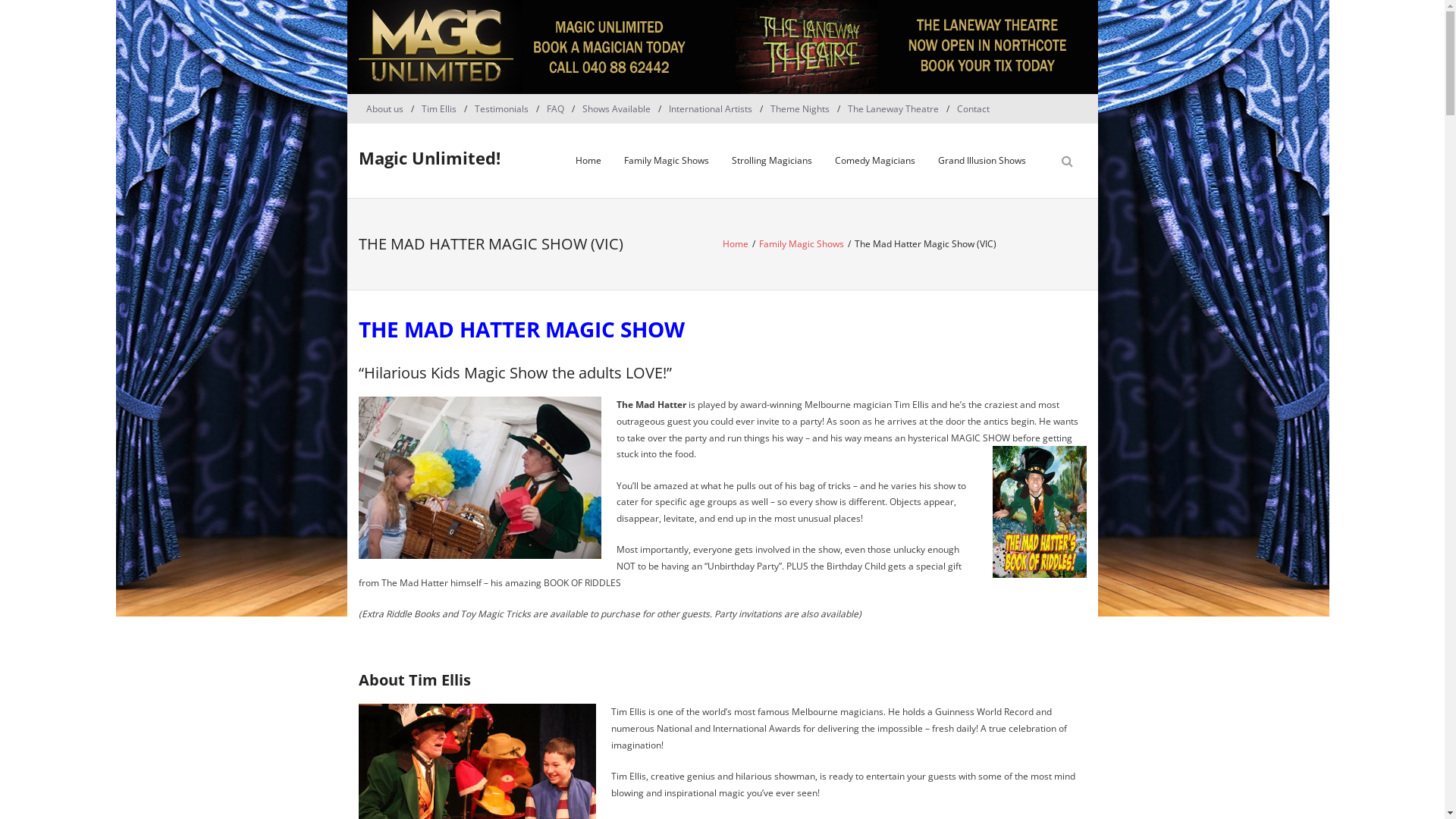 This screenshot has height=819, width=1456. Describe the element at coordinates (438, 108) in the screenshot. I see `'Tim Ellis'` at that location.